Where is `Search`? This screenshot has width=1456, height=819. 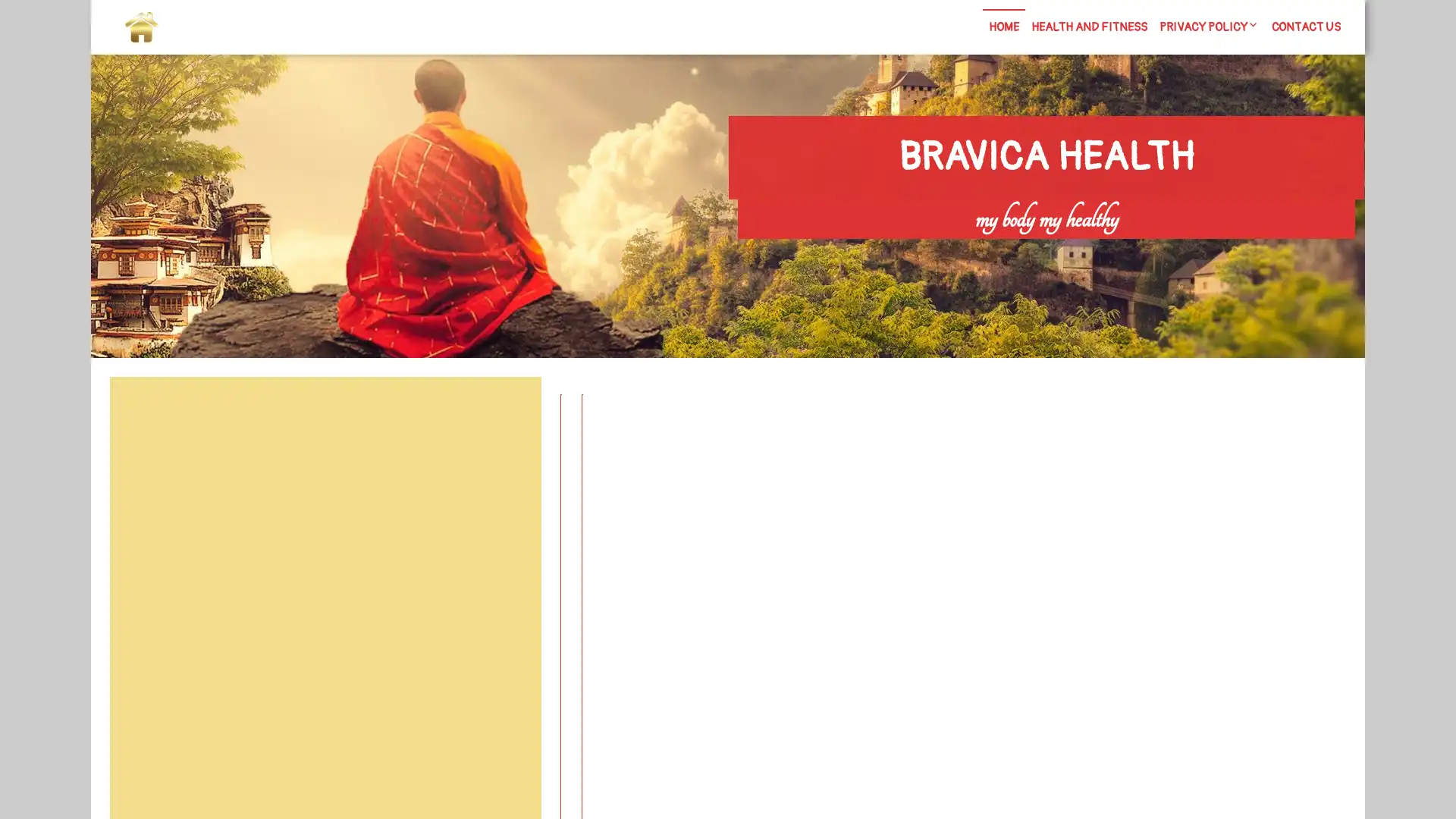 Search is located at coordinates (1181, 248).